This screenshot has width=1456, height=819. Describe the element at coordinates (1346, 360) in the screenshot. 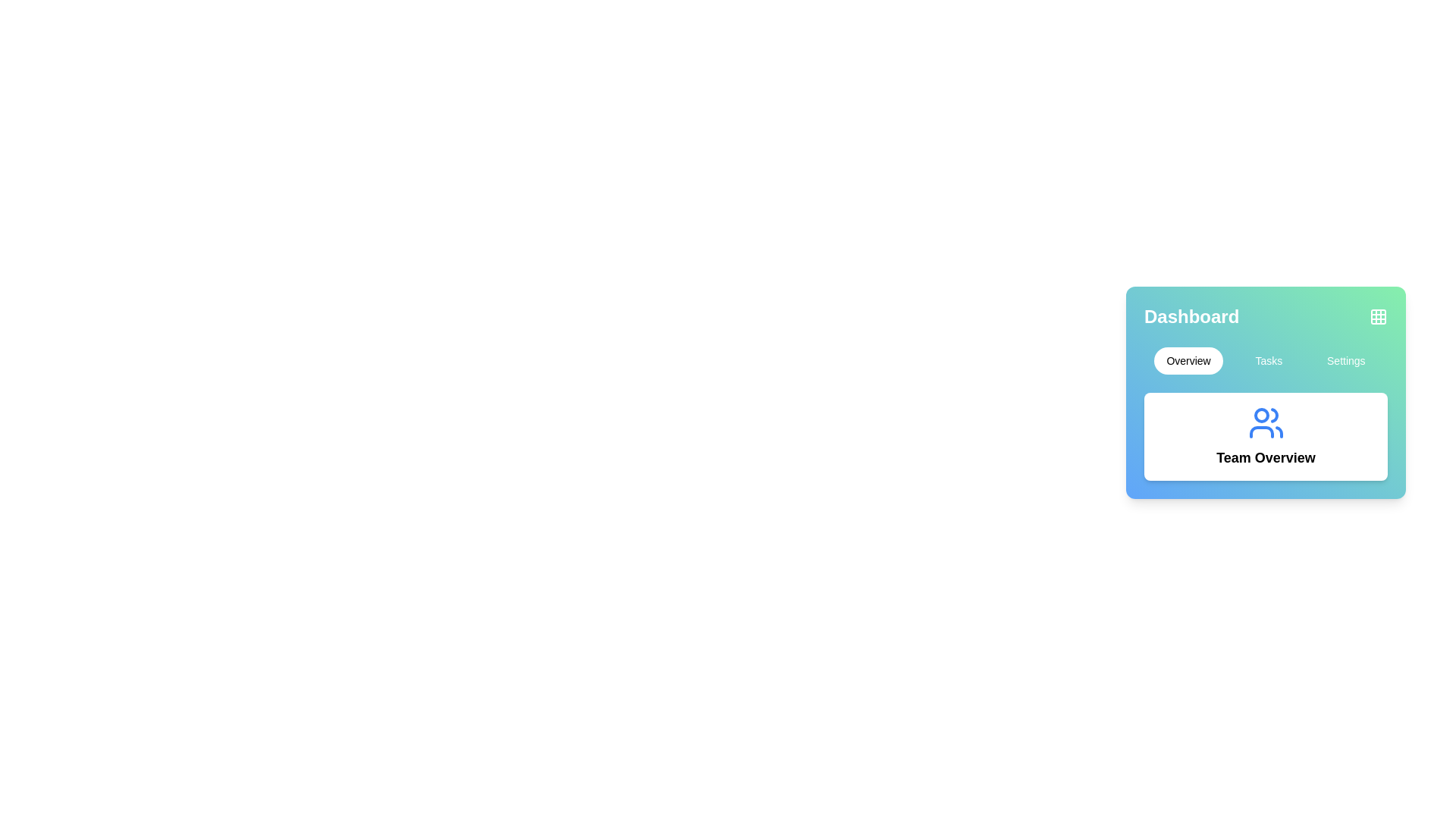

I see `the third button on the right, which grants access to settings related to the dashboard` at that location.